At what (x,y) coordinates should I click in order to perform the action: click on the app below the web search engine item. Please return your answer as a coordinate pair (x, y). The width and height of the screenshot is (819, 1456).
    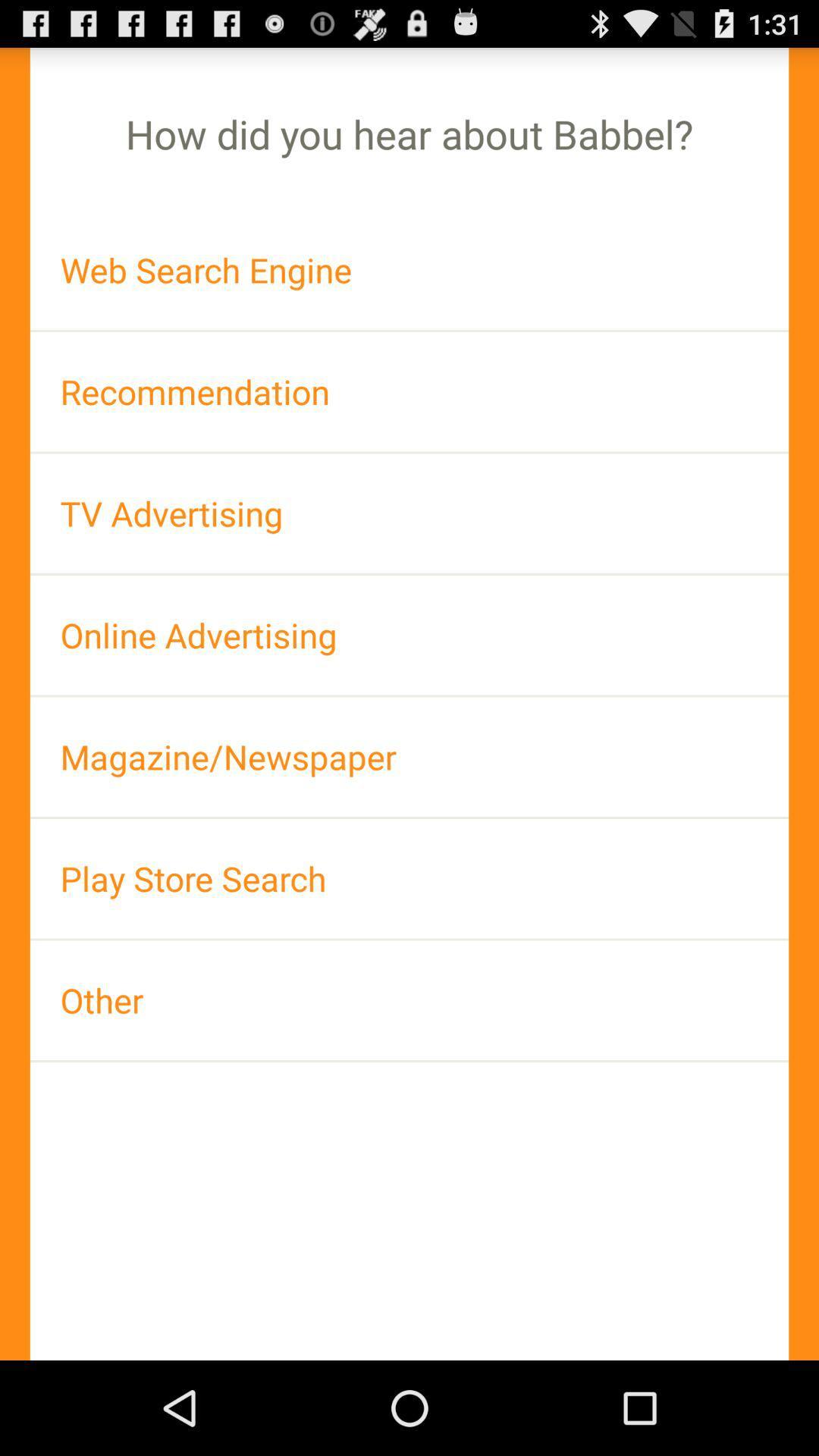
    Looking at the image, I should click on (409, 391).